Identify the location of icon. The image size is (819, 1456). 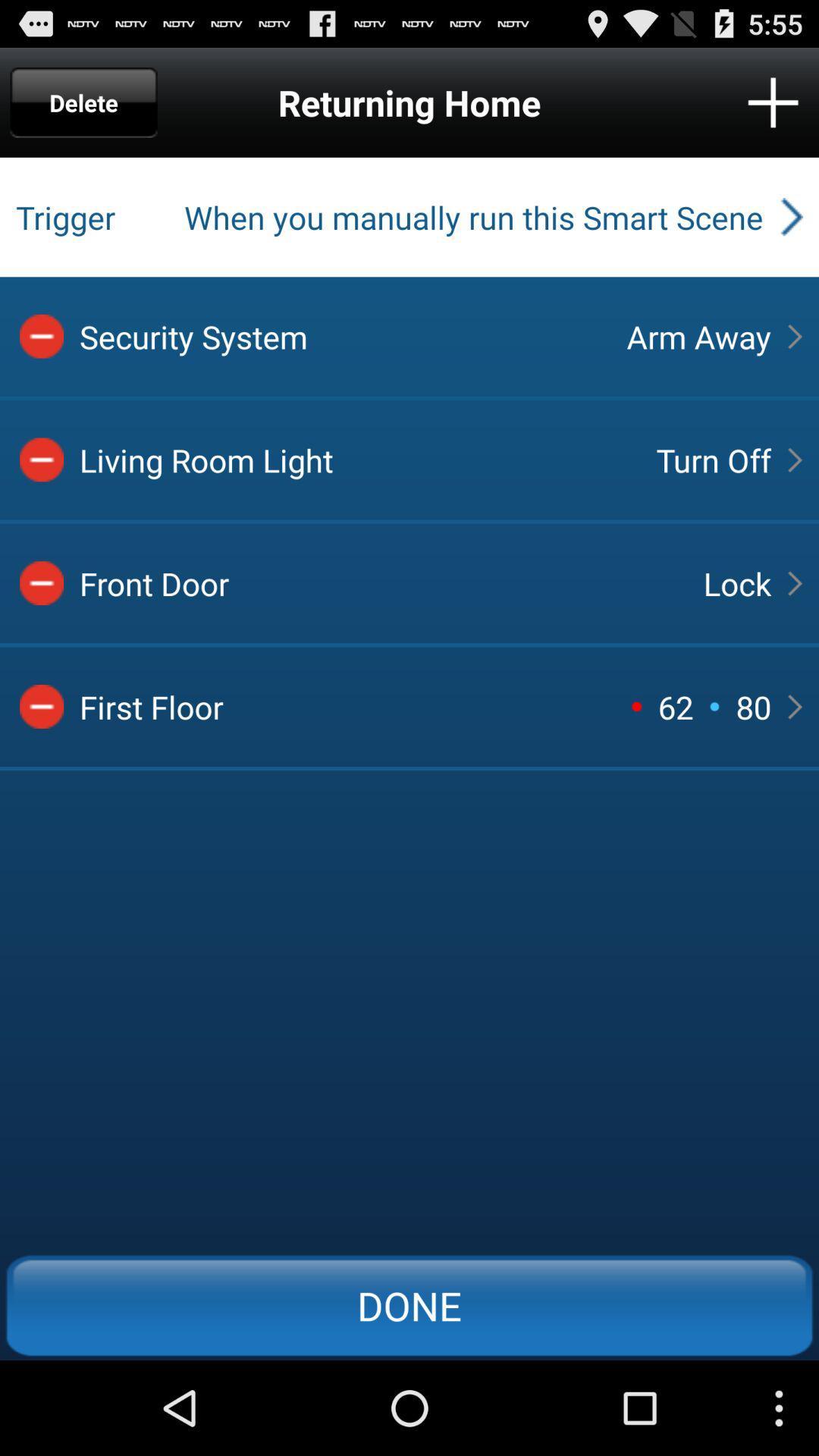
(773, 102).